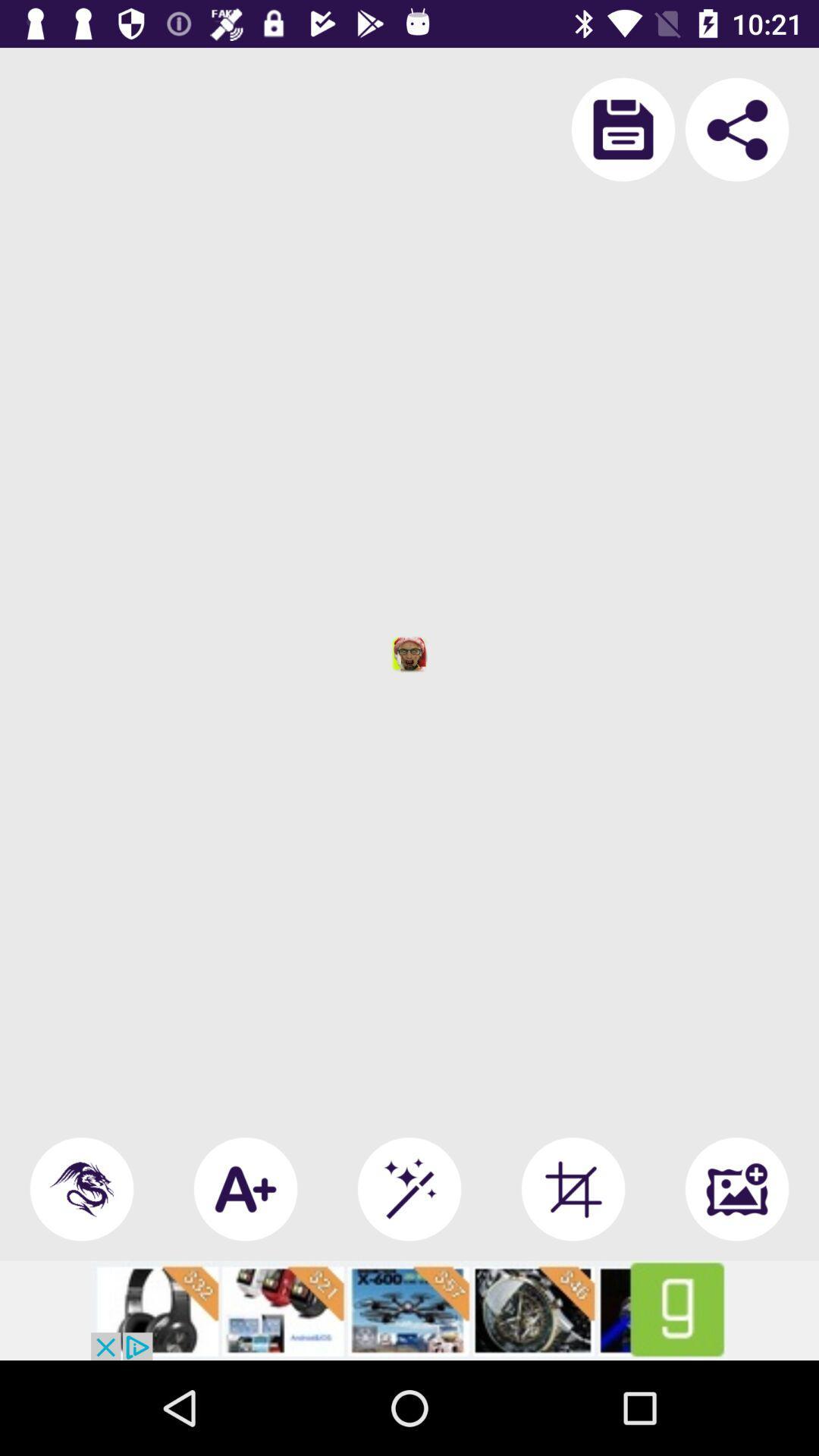 This screenshot has height=1456, width=819. I want to click on the share icon, so click(736, 130).